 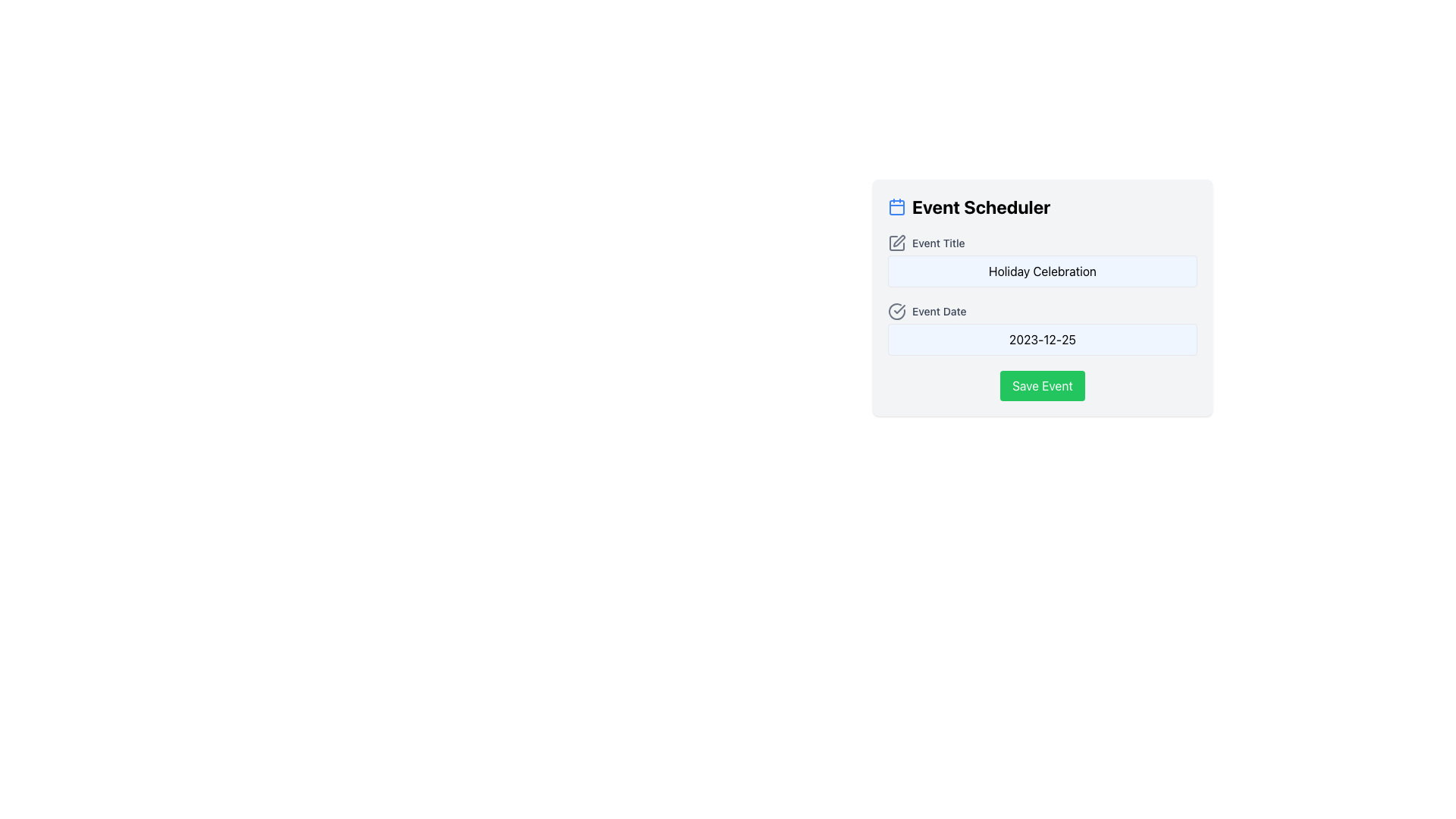 What do you see at coordinates (896, 242) in the screenshot?
I see `the small square-shaped pencil icon, which is the first icon in the 'Event Title' label area of the event scheduler section, located to the left of the text input box` at bounding box center [896, 242].